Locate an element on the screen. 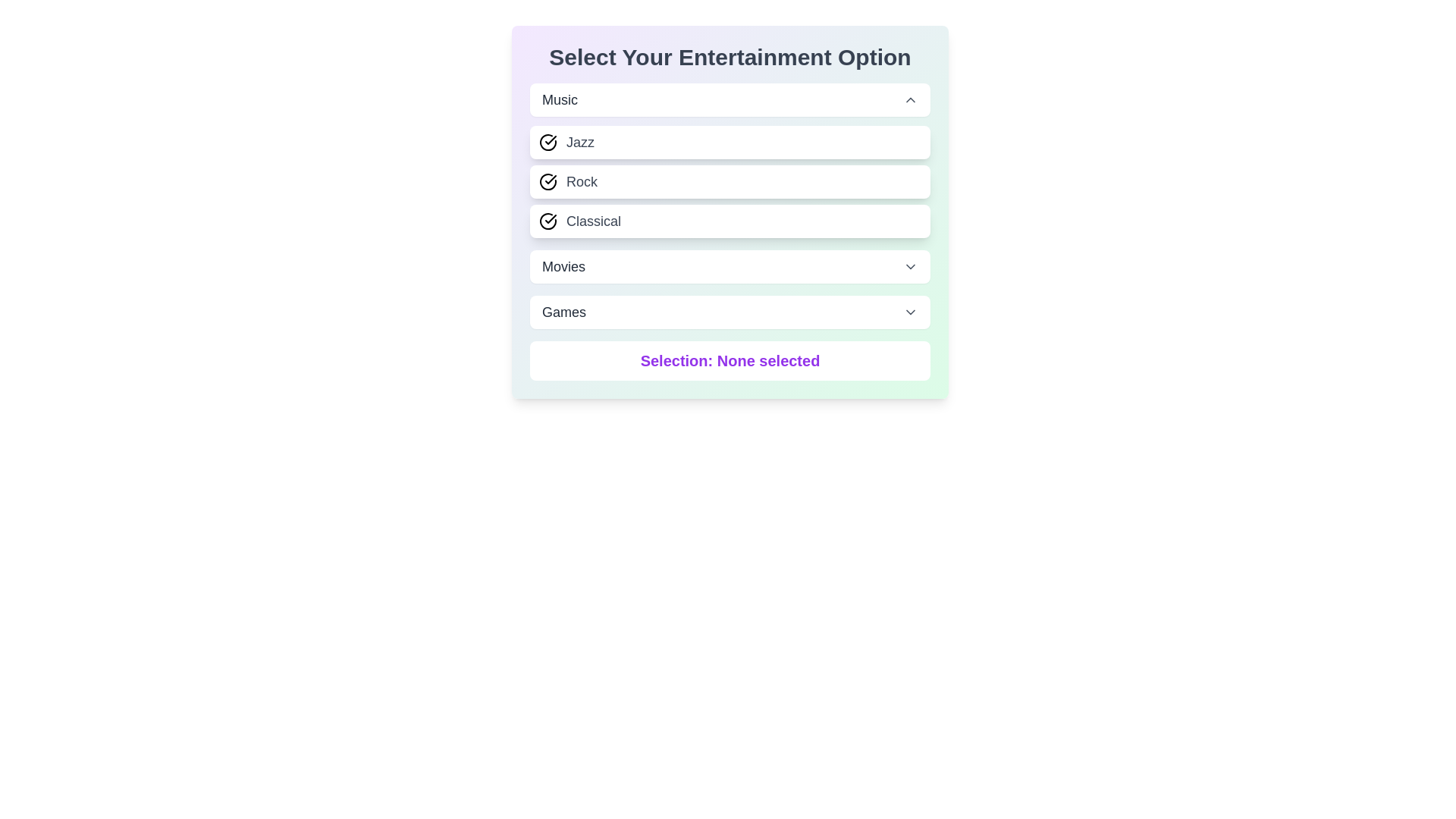 The image size is (1456, 819). the fifth selectable option in the entertainment categories list, which is located below the 'Movies' option is located at coordinates (730, 312).